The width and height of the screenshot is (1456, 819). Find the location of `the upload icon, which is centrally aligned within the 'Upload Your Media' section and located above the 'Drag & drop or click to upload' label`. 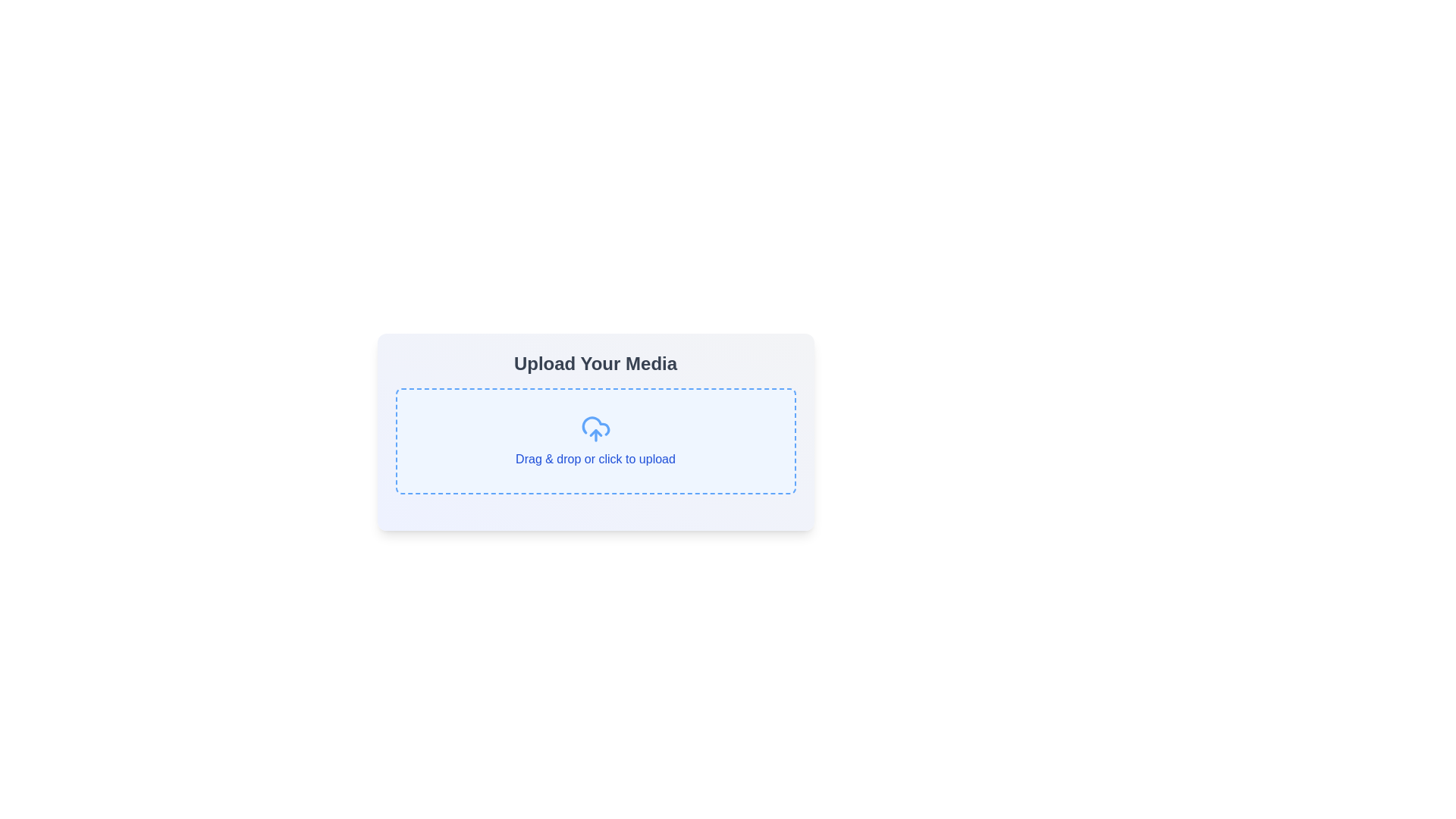

the upload icon, which is centrally aligned within the 'Upload Your Media' section and located above the 'Drag & drop or click to upload' label is located at coordinates (595, 429).